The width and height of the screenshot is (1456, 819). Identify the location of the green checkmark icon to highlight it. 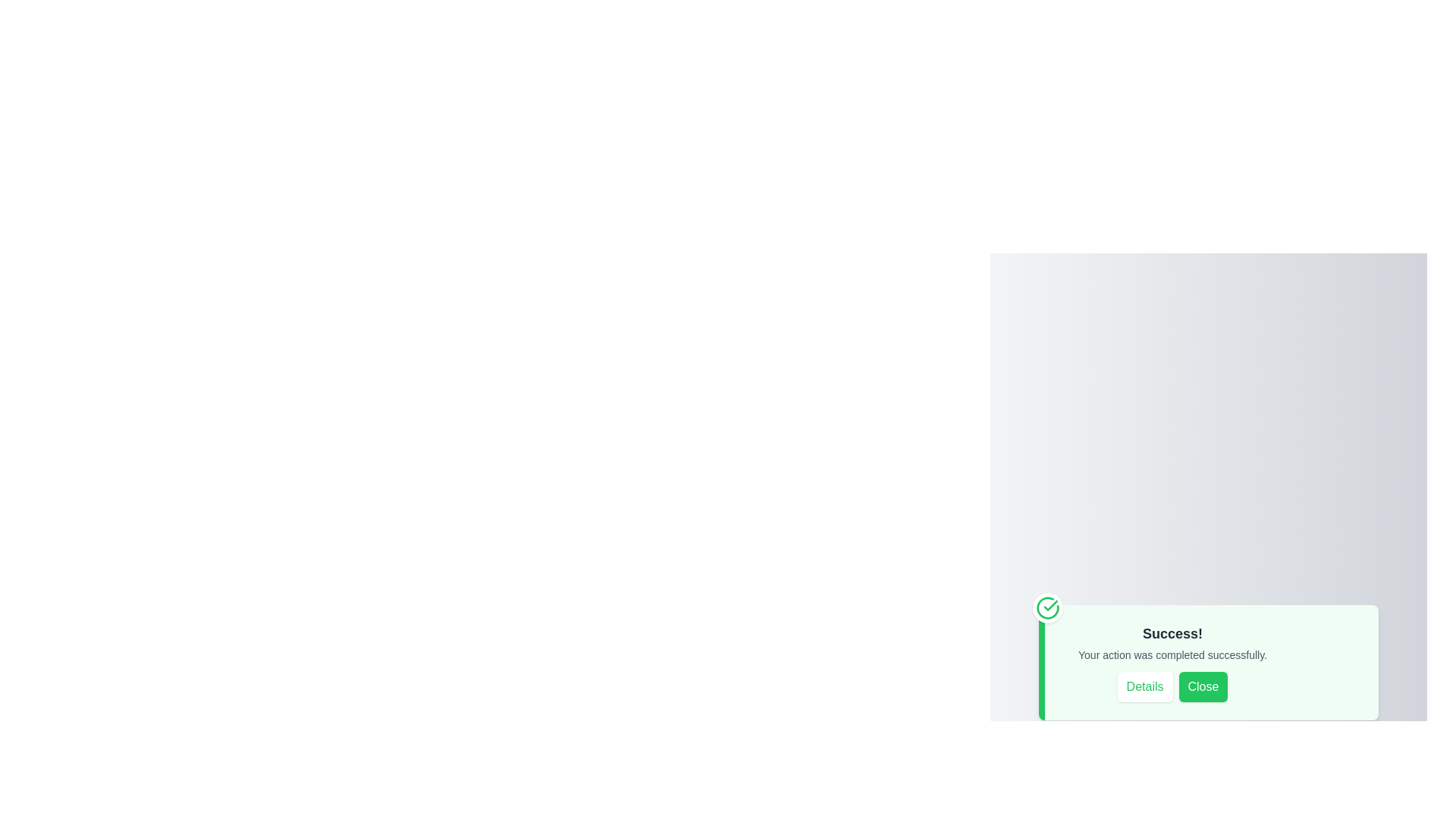
(1047, 607).